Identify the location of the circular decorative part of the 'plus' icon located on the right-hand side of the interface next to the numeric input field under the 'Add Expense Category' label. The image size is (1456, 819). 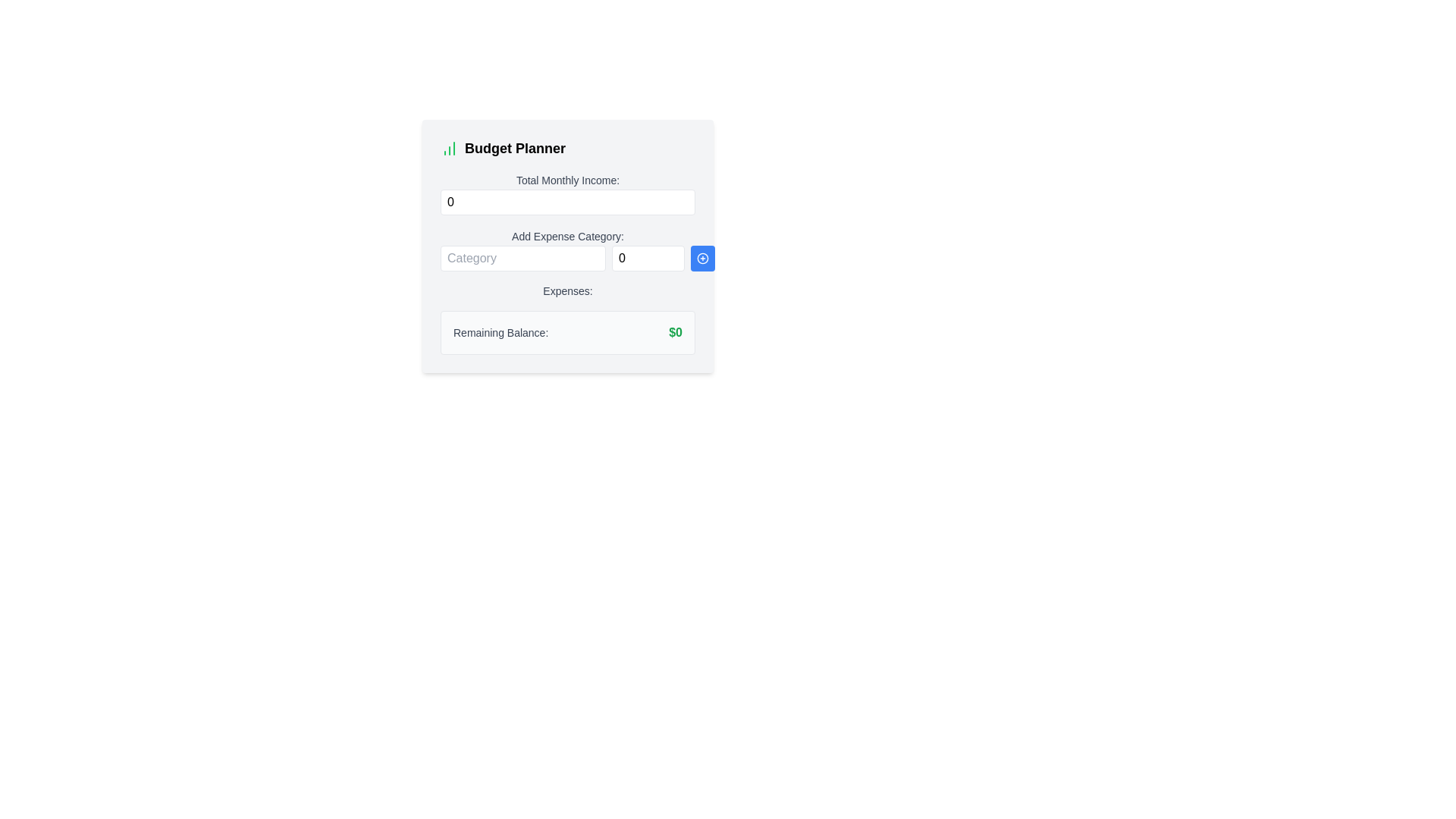
(701, 257).